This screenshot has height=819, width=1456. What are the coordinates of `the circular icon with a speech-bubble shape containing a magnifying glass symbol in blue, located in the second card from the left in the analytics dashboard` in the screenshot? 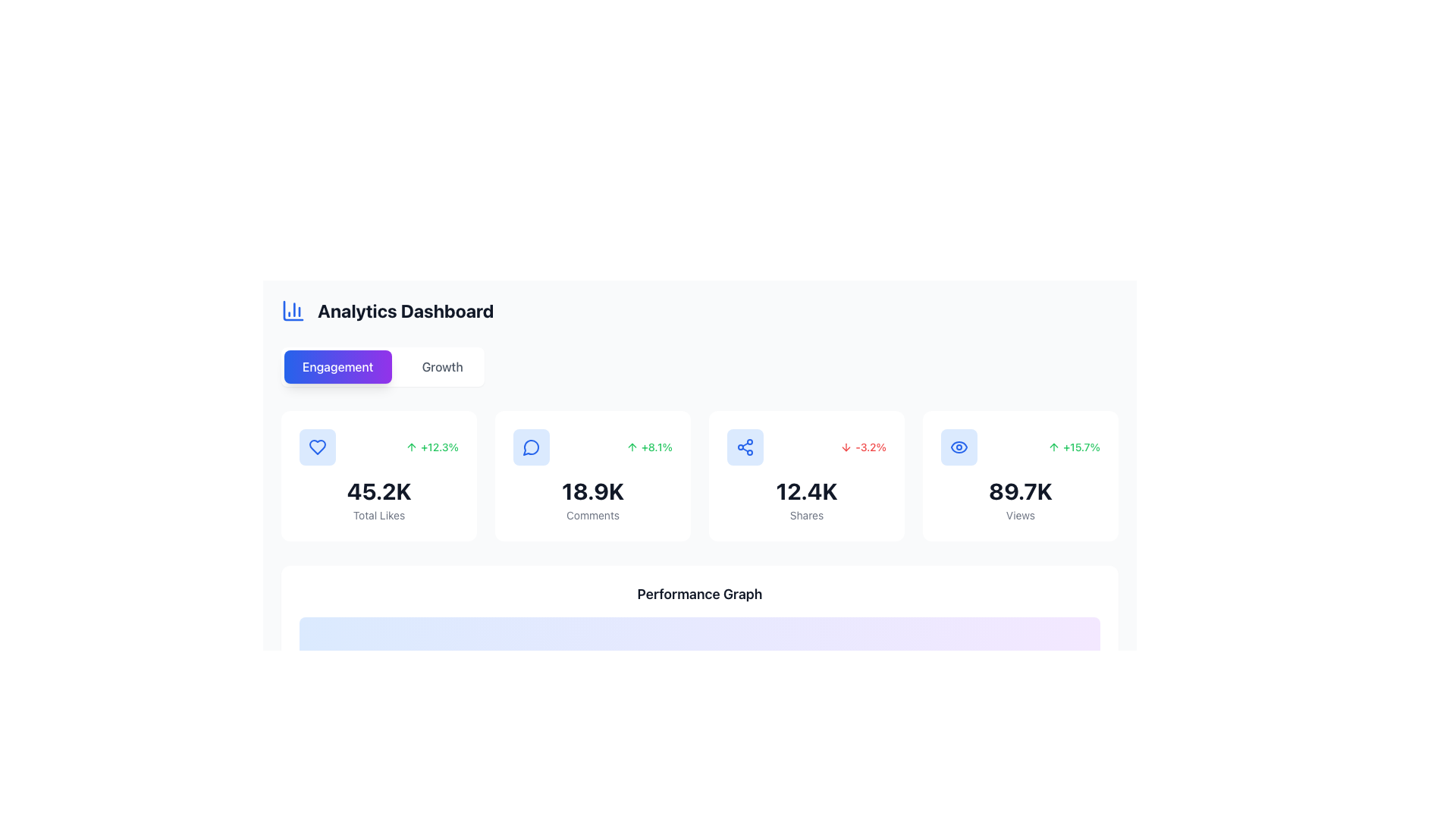 It's located at (531, 447).